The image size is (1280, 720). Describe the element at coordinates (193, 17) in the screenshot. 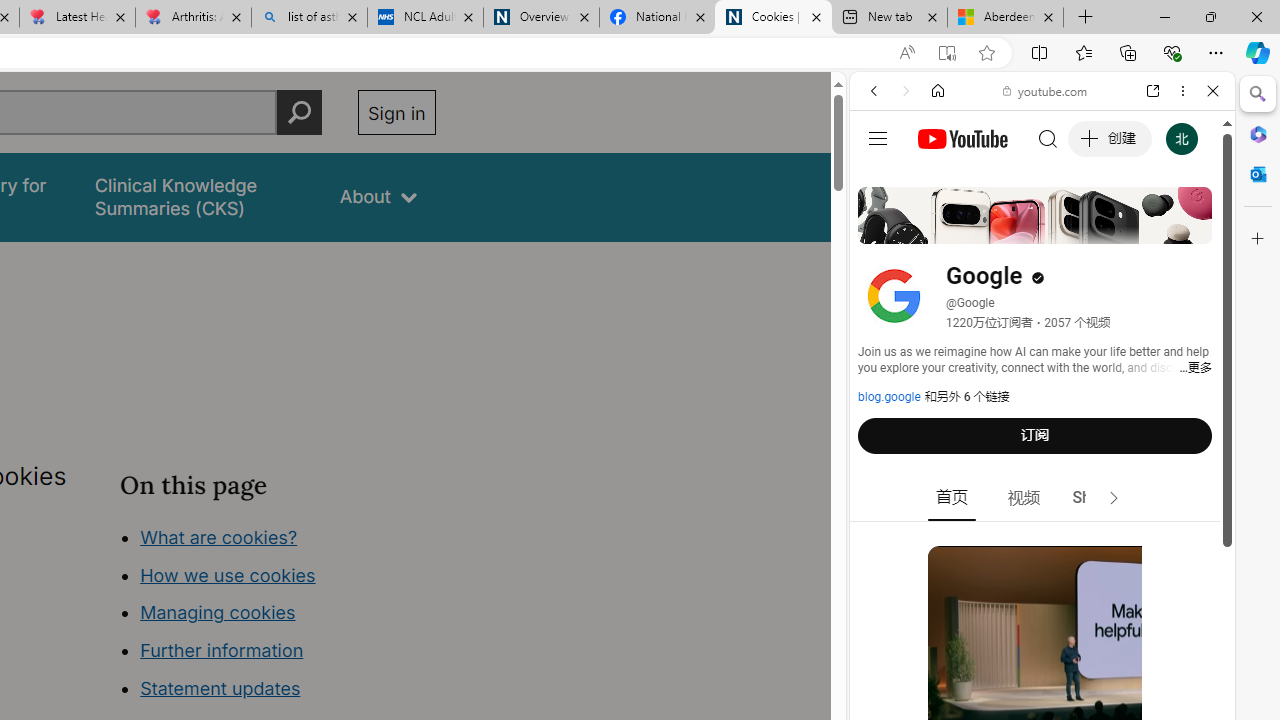

I see `'Arthritis: Ask Health Professionals'` at that location.